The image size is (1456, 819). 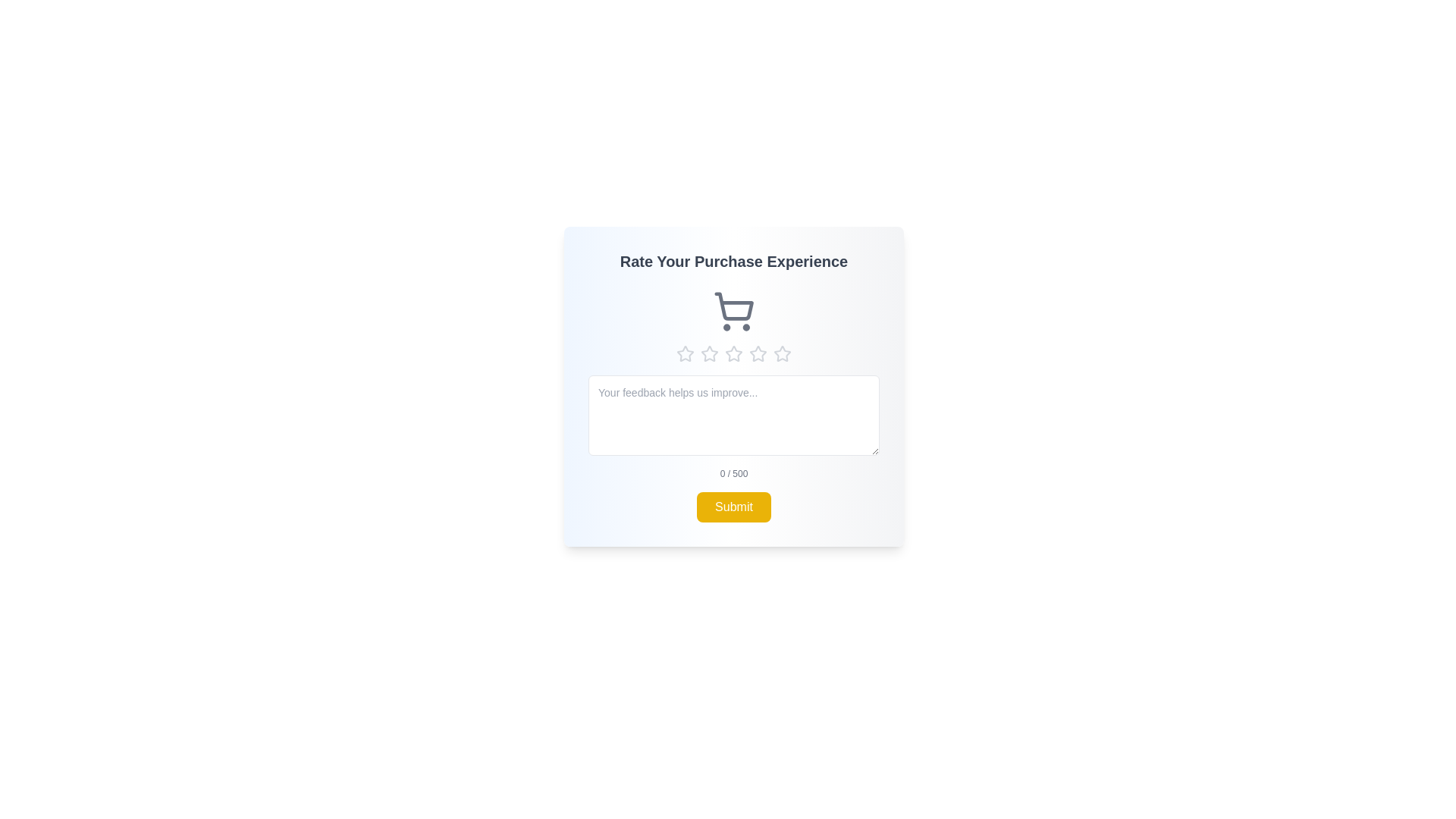 What do you see at coordinates (758, 353) in the screenshot?
I see `the star corresponding to the desired rating of 4` at bounding box center [758, 353].